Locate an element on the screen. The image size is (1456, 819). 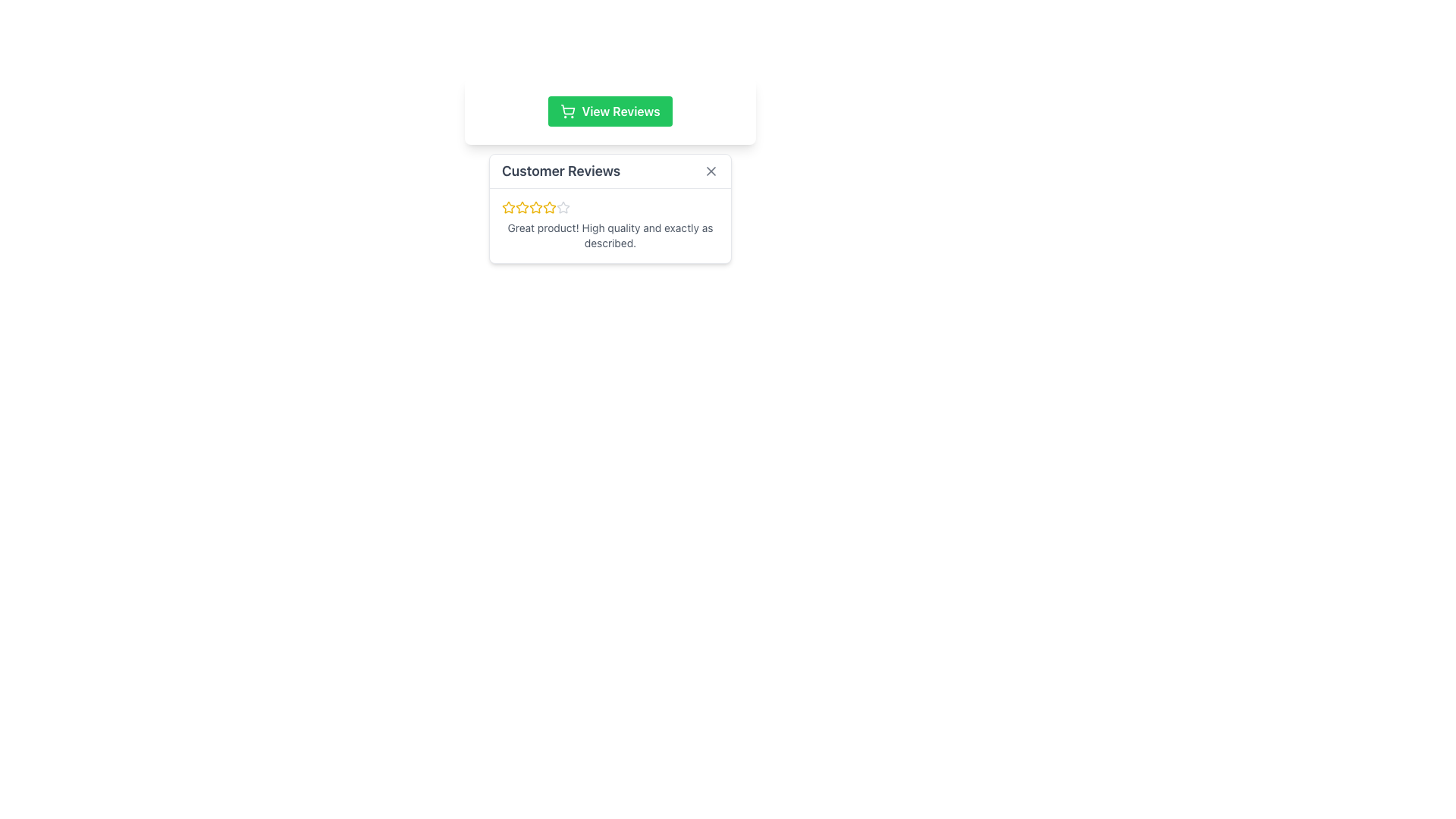
review content displayed in the Review Box located in the 'Customer Reviews' section, below the title and adjacent to the close icon is located at coordinates (610, 225).